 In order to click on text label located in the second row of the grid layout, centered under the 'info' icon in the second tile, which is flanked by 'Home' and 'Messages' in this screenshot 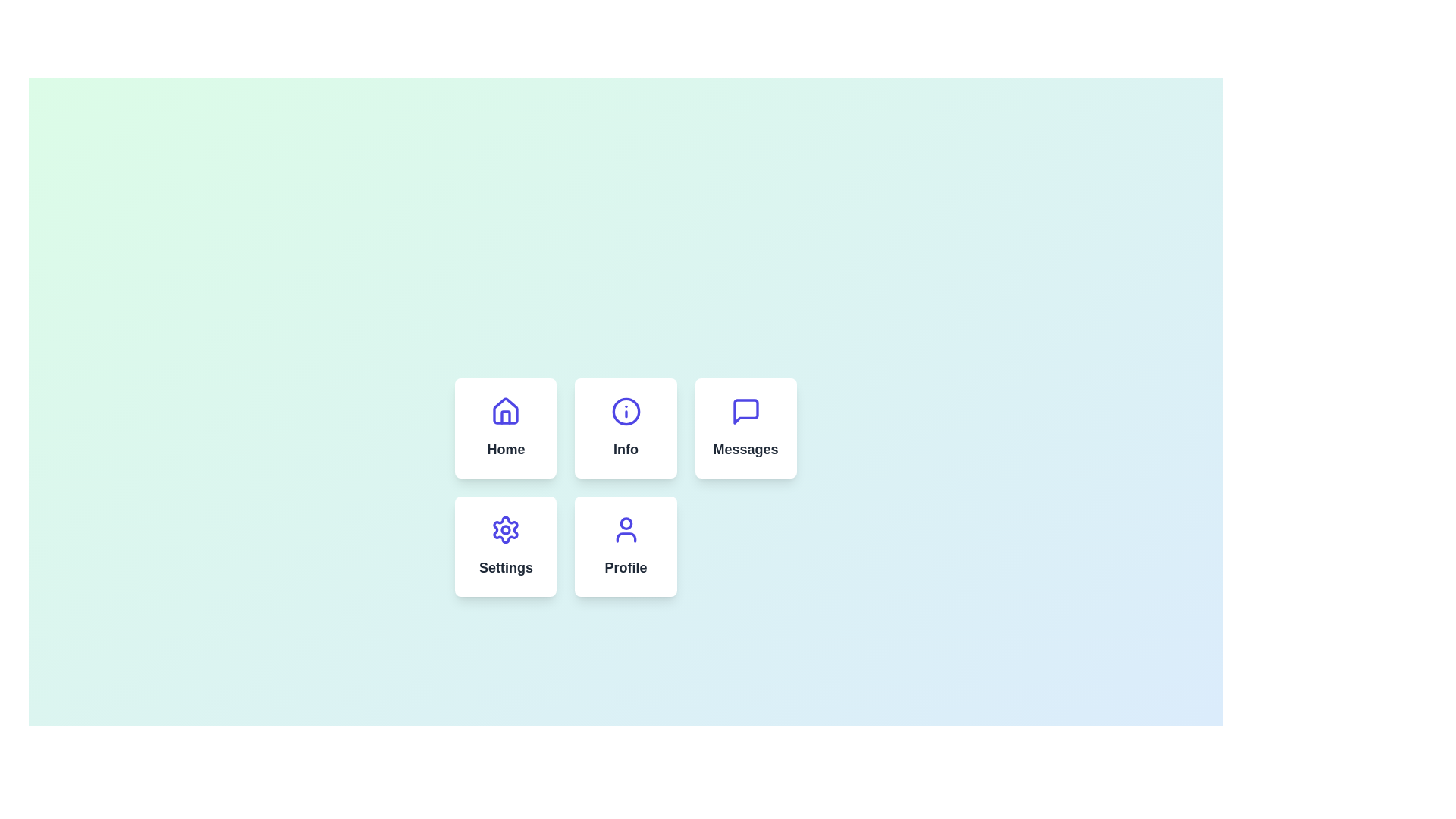, I will do `click(626, 449)`.